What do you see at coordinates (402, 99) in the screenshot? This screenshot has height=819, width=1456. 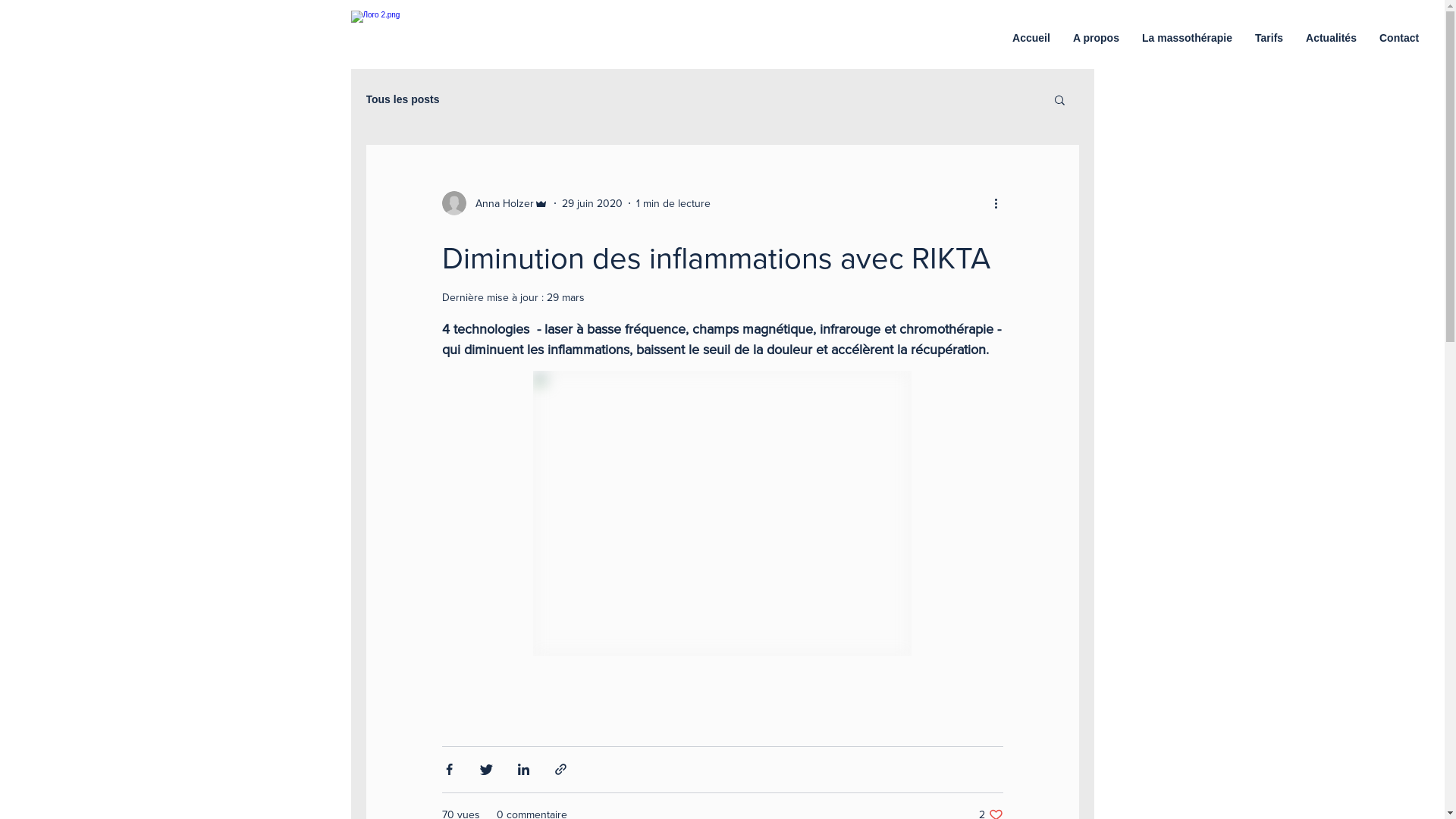 I see `'Tous les posts'` at bounding box center [402, 99].